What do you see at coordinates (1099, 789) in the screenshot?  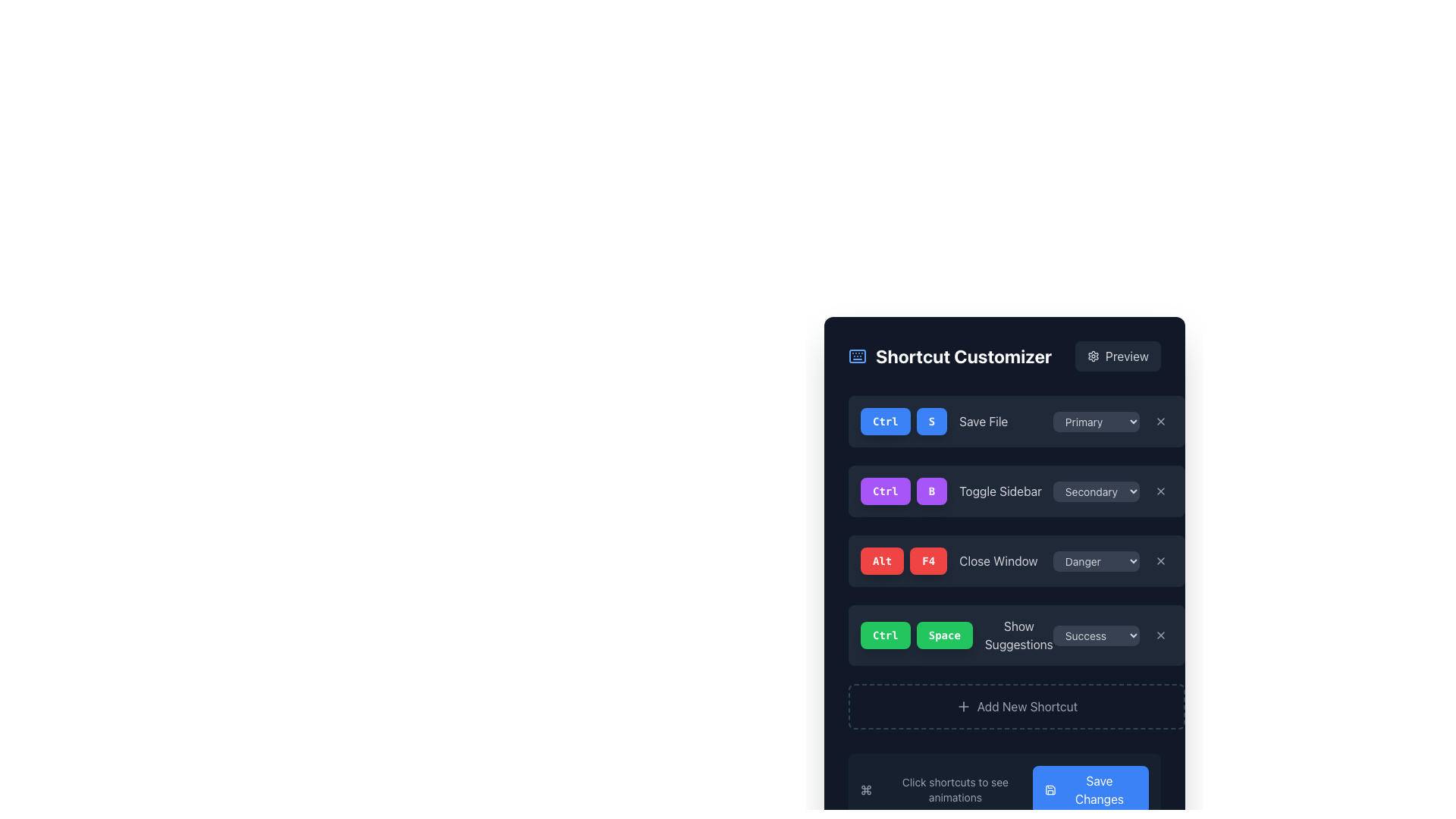 I see `the 'Save Changes' button located at the bottom right of the 'Shortcut Customizer' window, which is styled with white text on a blue rounded rectangular button` at bounding box center [1099, 789].